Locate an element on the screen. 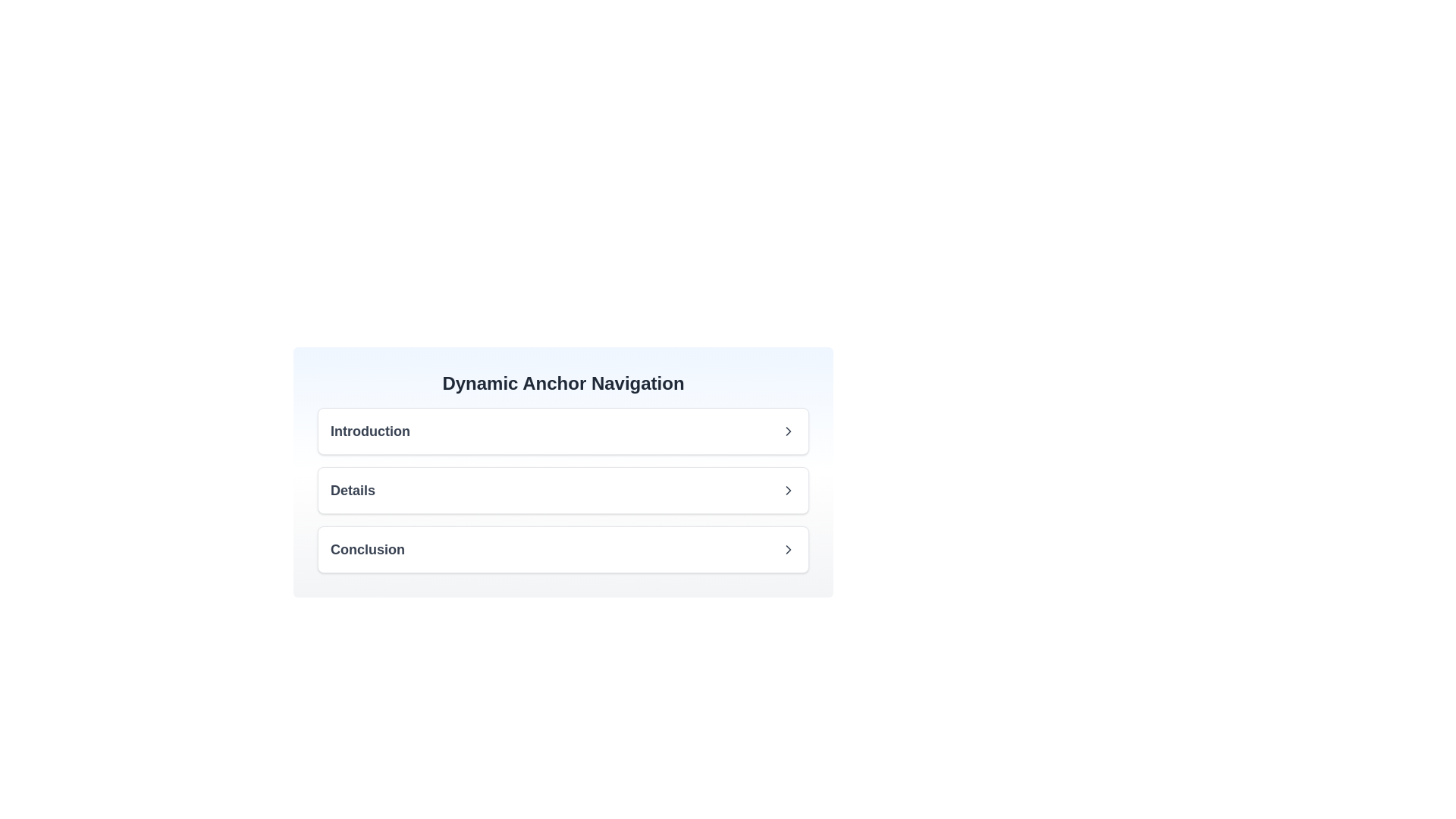  the 'Details' text label in the vertical navigation panel, which is positioned between 'Introduction' and 'Conclusion' is located at coordinates (352, 491).